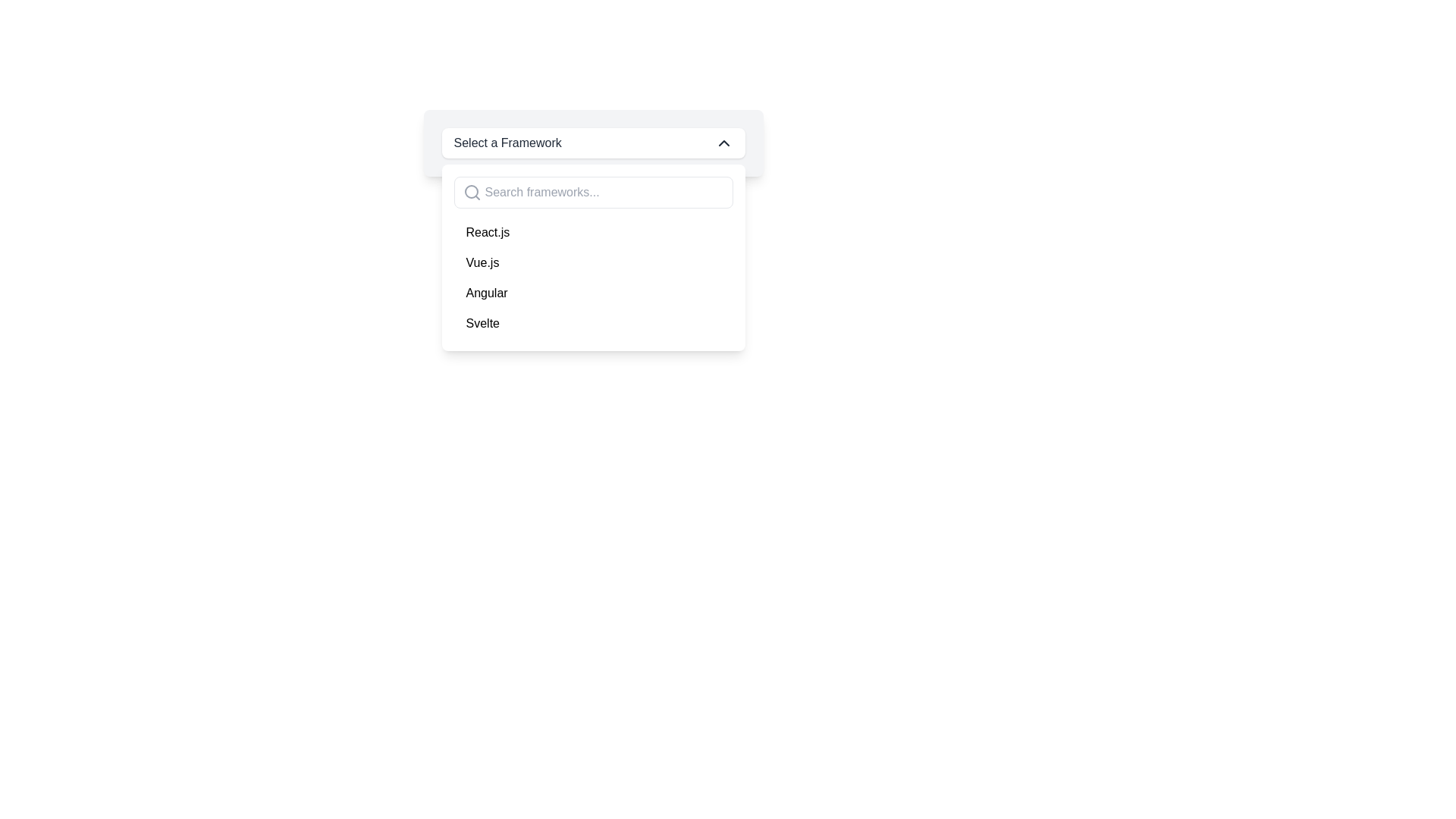  What do you see at coordinates (592, 143) in the screenshot?
I see `the Dropdown header with toggle functionality to enable keyboard interaction` at bounding box center [592, 143].